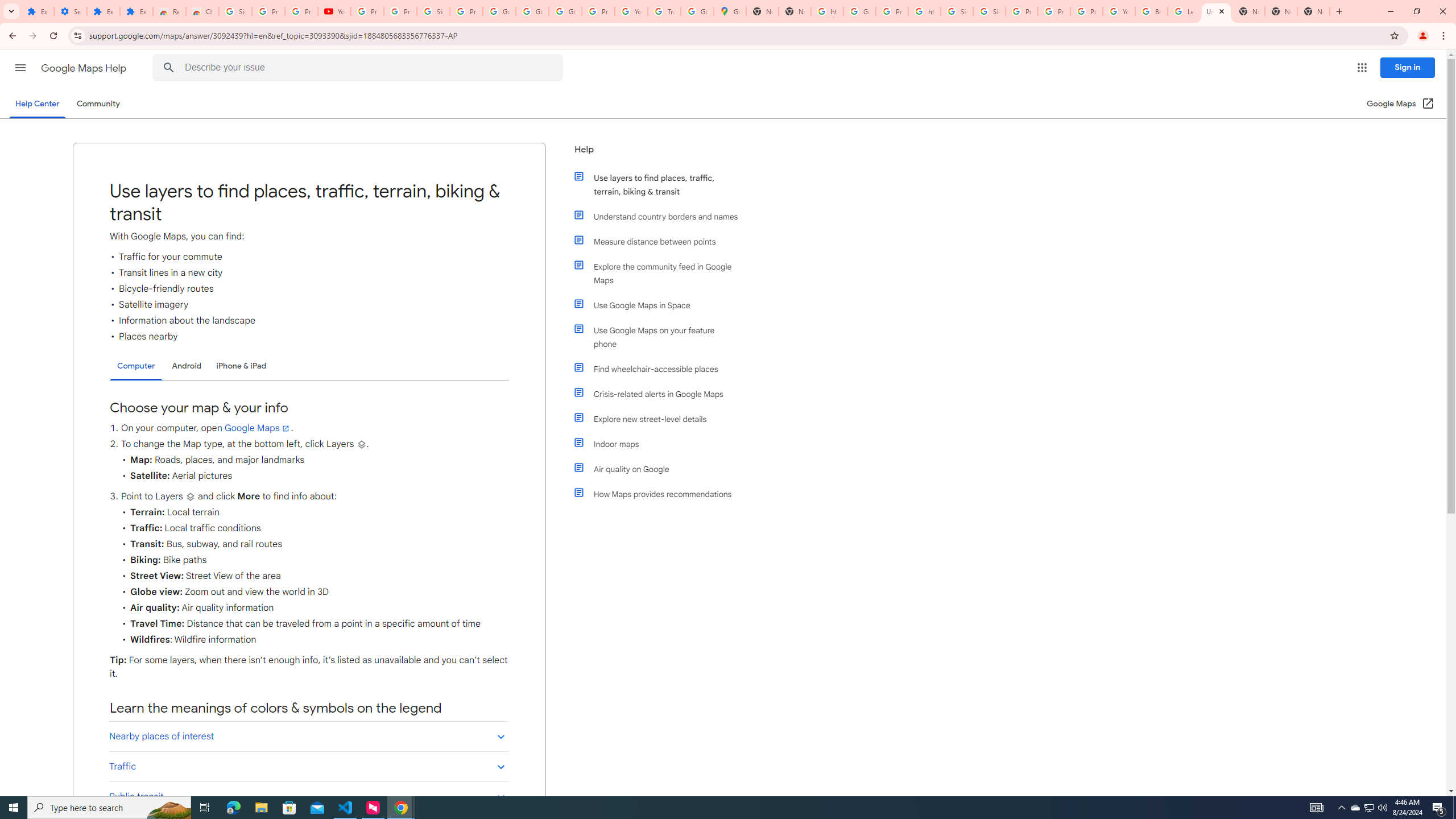 The height and width of the screenshot is (819, 1456). I want to click on 'Sign in - Google Accounts', so click(988, 11).